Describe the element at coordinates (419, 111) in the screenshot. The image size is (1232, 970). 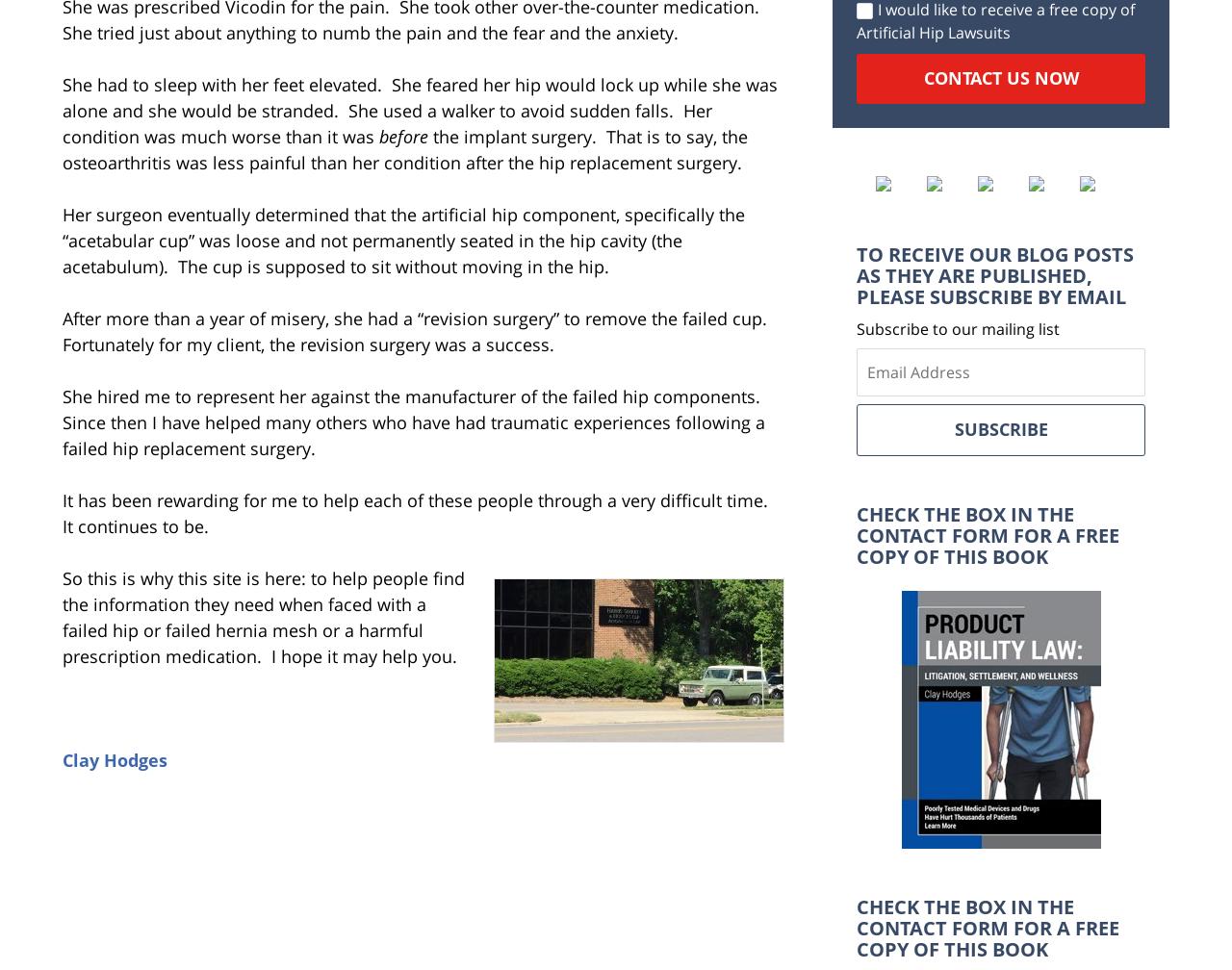
I see `'She had to sleep with her feet elevated.  She feared her hip would lock up while she was alone and she would be stranded.  She used a walker to avoid sudden falls.  Her condition was much worse than it was'` at that location.